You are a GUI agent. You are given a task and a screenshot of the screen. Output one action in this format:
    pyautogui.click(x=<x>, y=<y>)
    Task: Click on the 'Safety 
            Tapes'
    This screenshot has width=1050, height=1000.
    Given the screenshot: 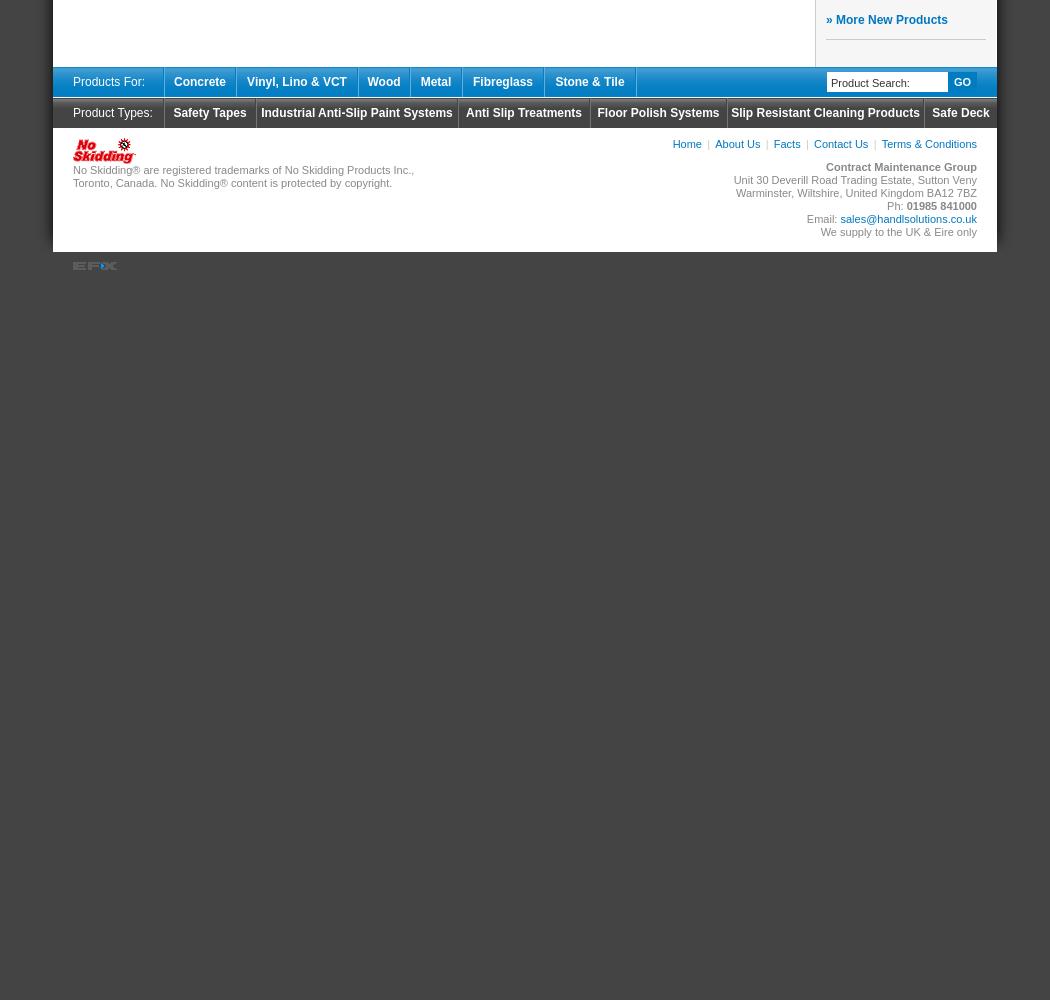 What is the action you would take?
    pyautogui.click(x=173, y=111)
    